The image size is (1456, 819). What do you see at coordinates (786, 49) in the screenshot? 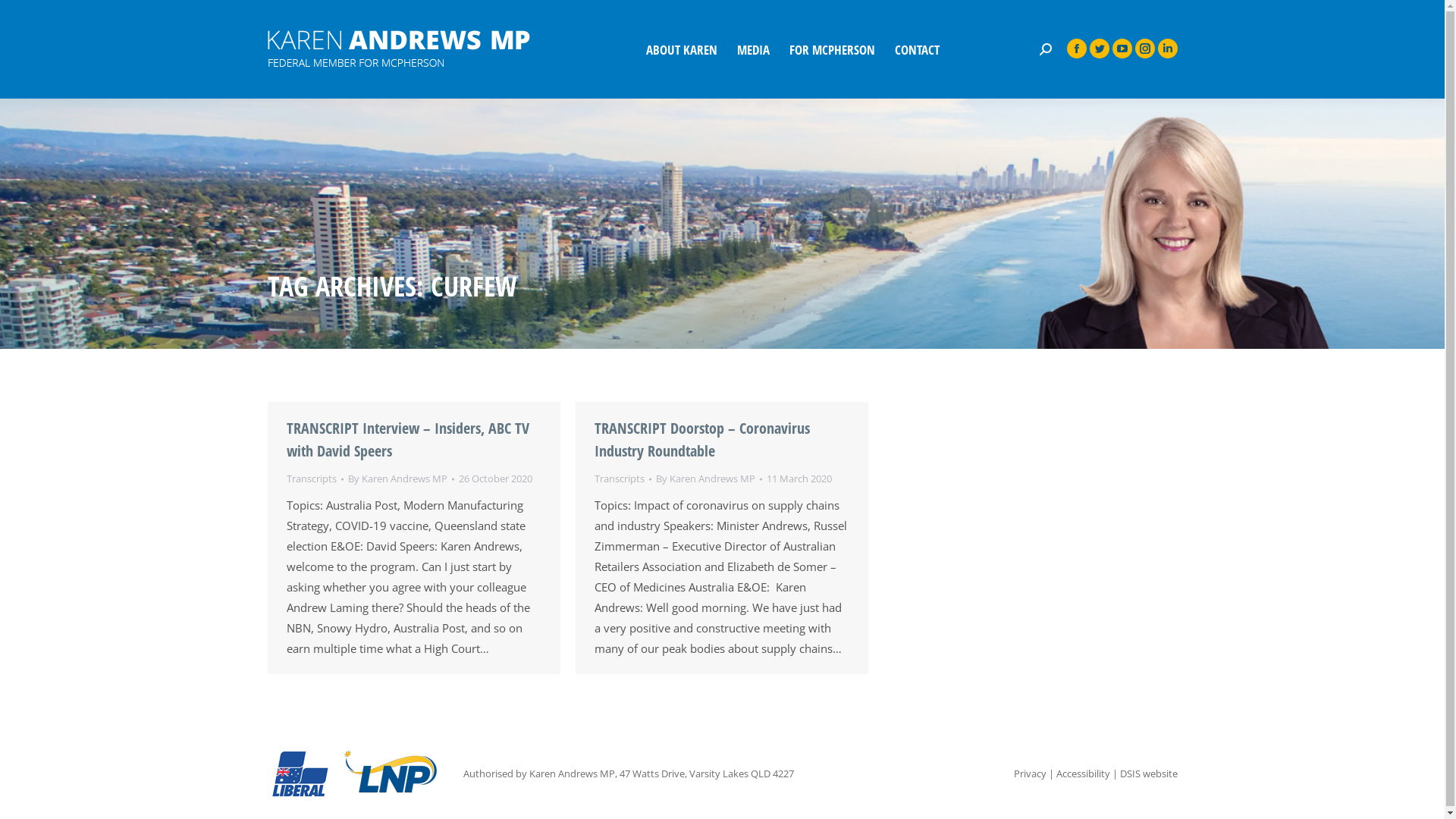
I see `'FOR MCPHERSON'` at bounding box center [786, 49].